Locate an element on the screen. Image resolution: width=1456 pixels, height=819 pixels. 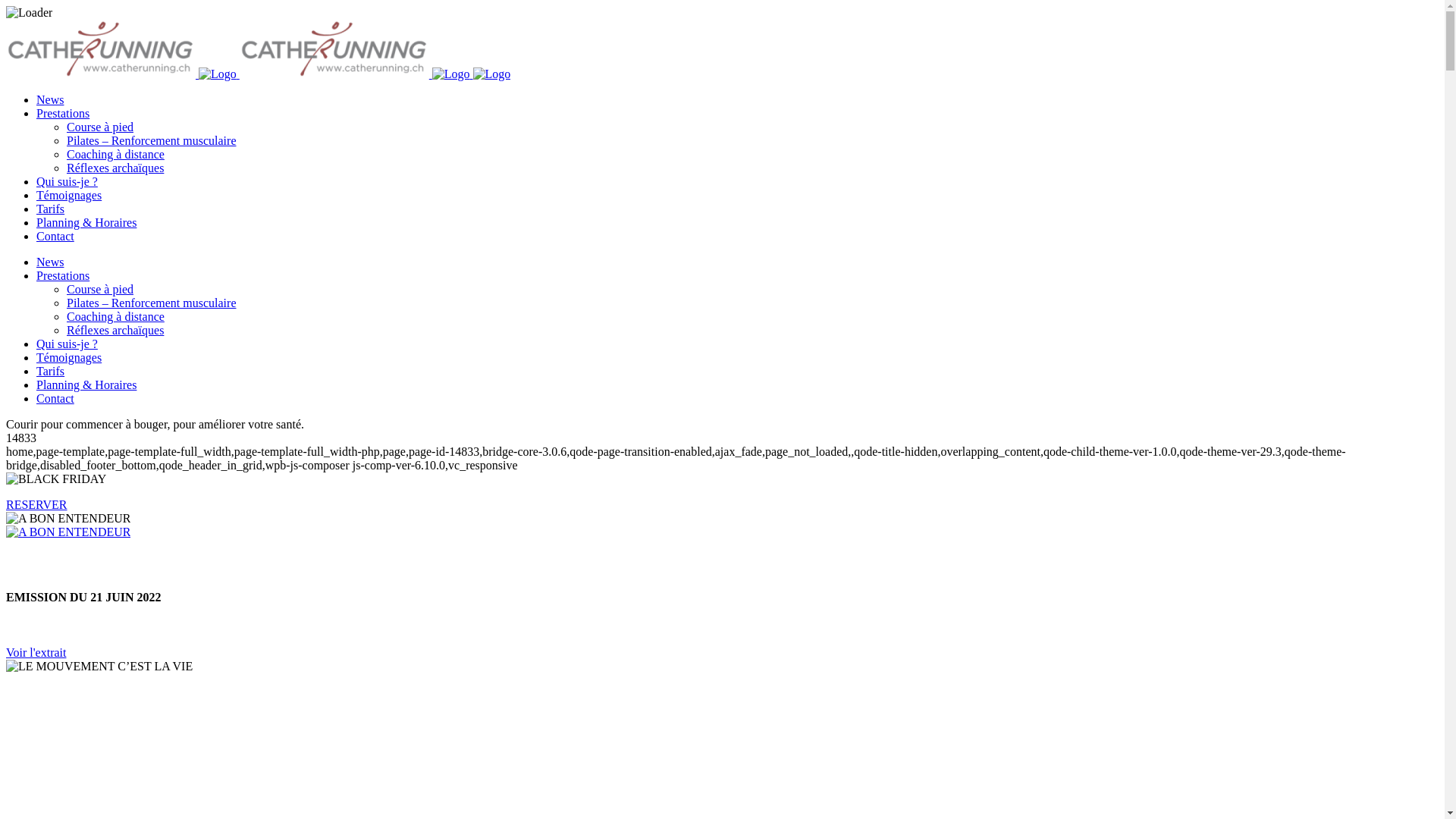
'Prestations' is located at coordinates (36, 275).